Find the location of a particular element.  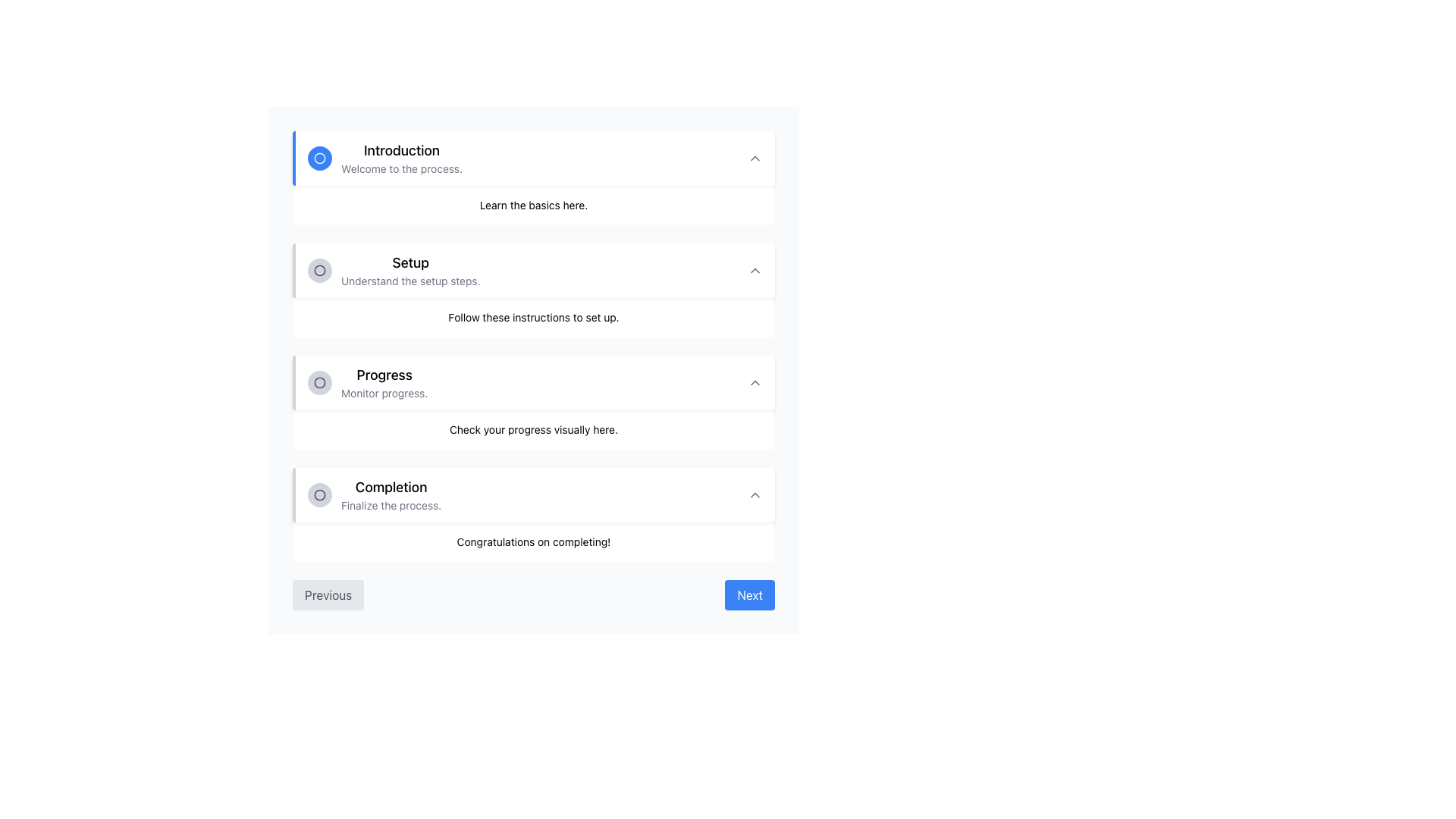

text label that displays 'Progress', which is the title of the third step in the navigation menu is located at coordinates (384, 375).